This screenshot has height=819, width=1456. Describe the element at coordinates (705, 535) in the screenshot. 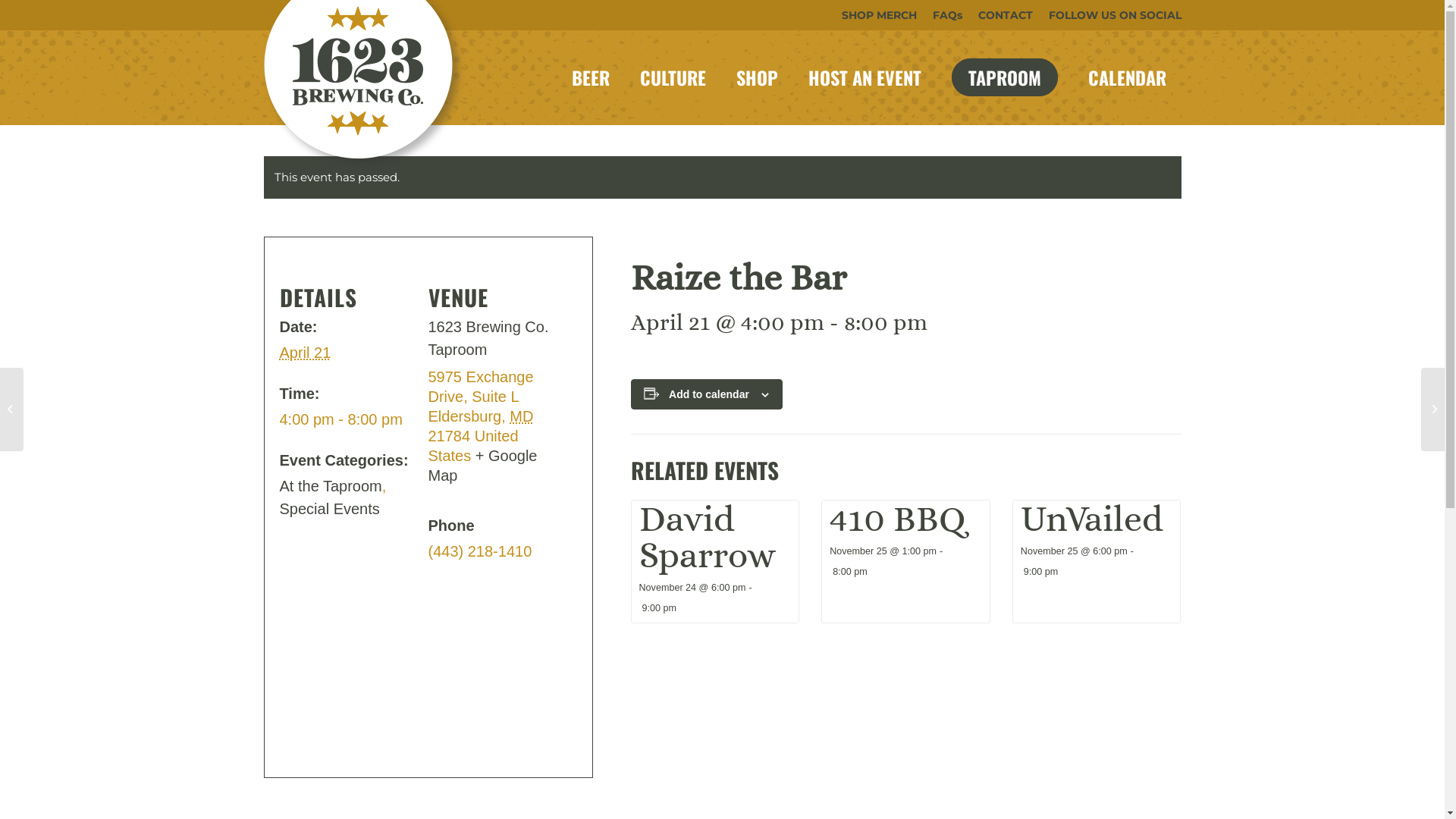

I see `'David Sparrow'` at that location.